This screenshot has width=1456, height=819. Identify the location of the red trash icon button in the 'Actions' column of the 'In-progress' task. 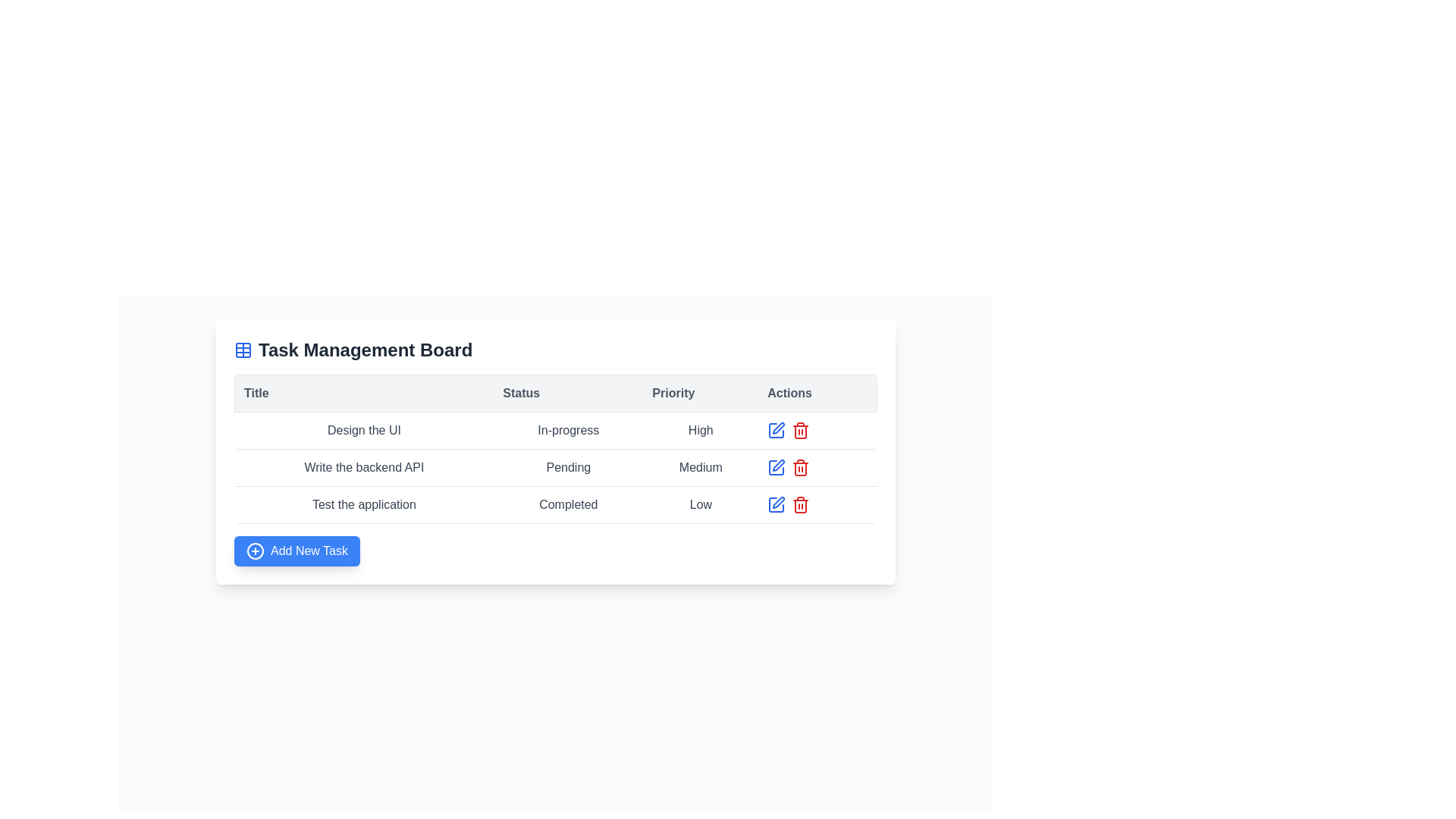
(800, 430).